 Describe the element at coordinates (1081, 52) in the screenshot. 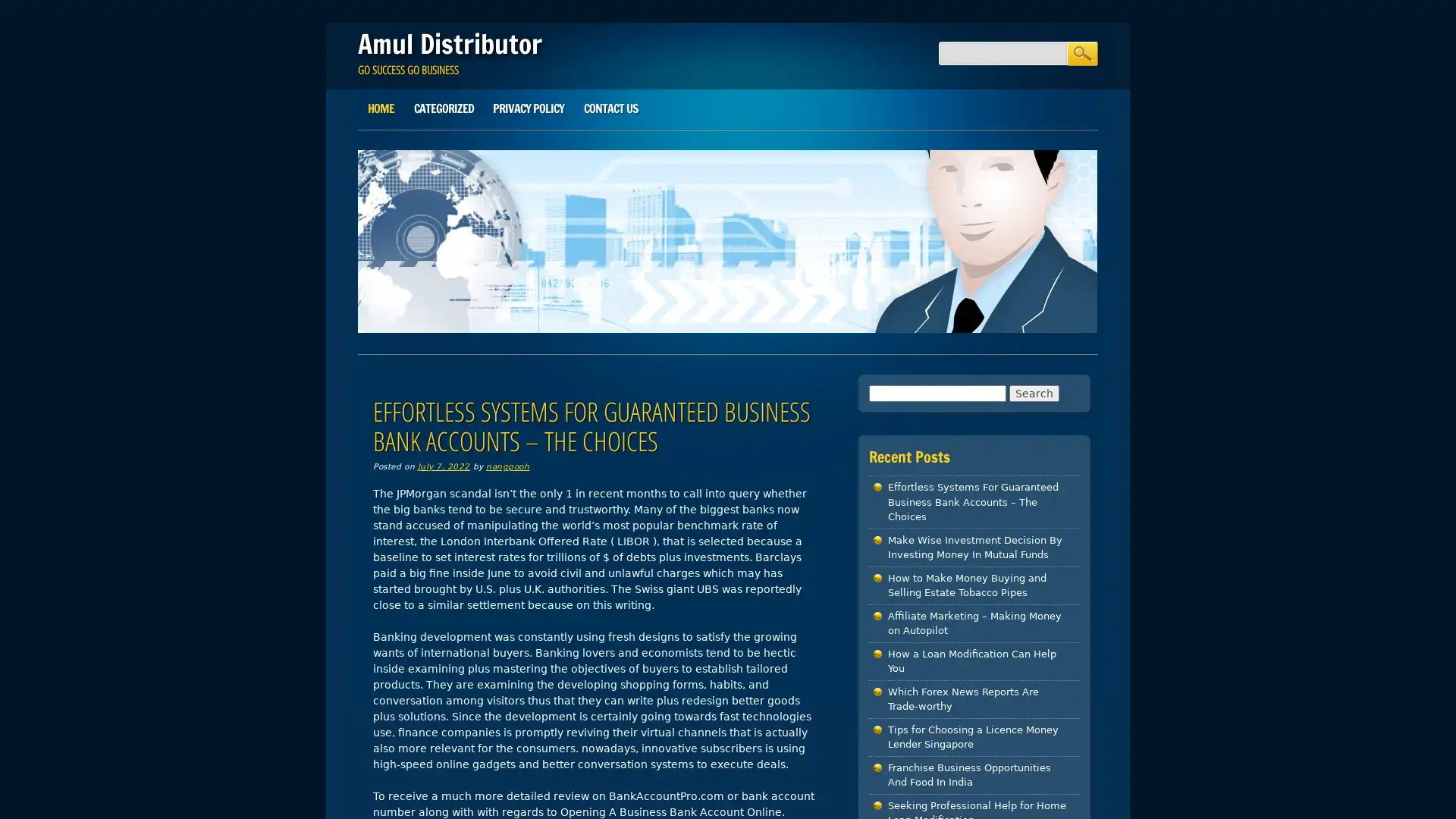

I see `Search` at that location.